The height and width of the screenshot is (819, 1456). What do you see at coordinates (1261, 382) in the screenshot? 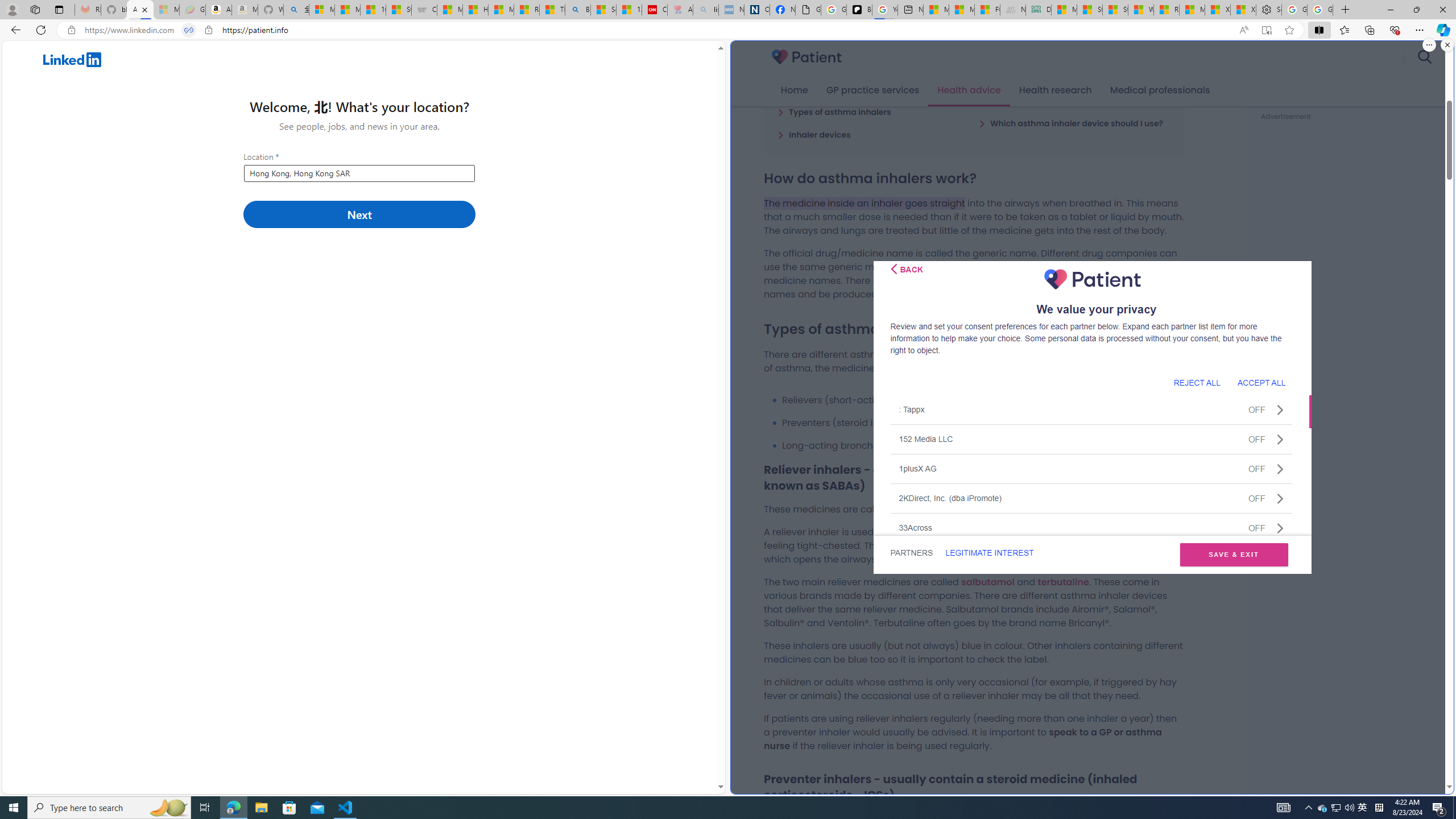
I see `'ACCEPT ALL'` at bounding box center [1261, 382].